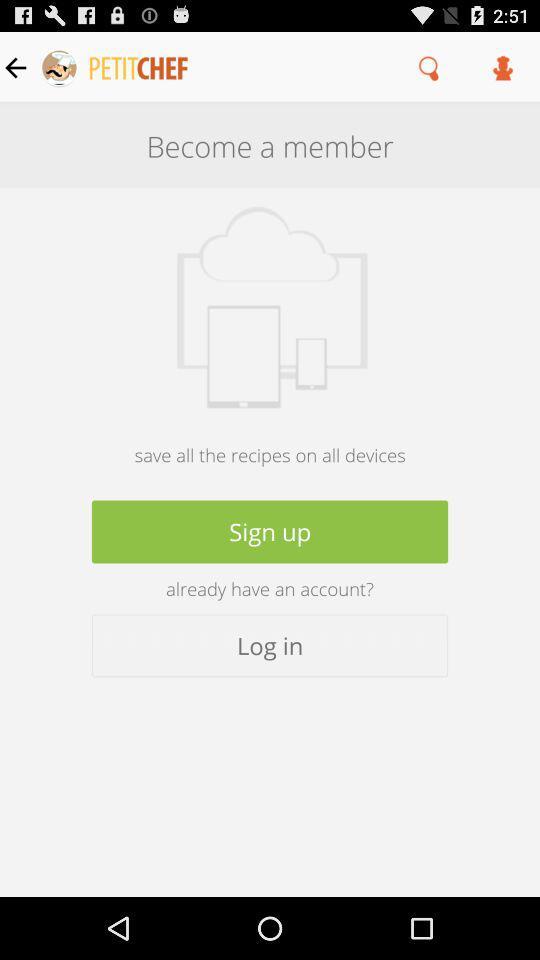  I want to click on item above become a member item, so click(502, 67).